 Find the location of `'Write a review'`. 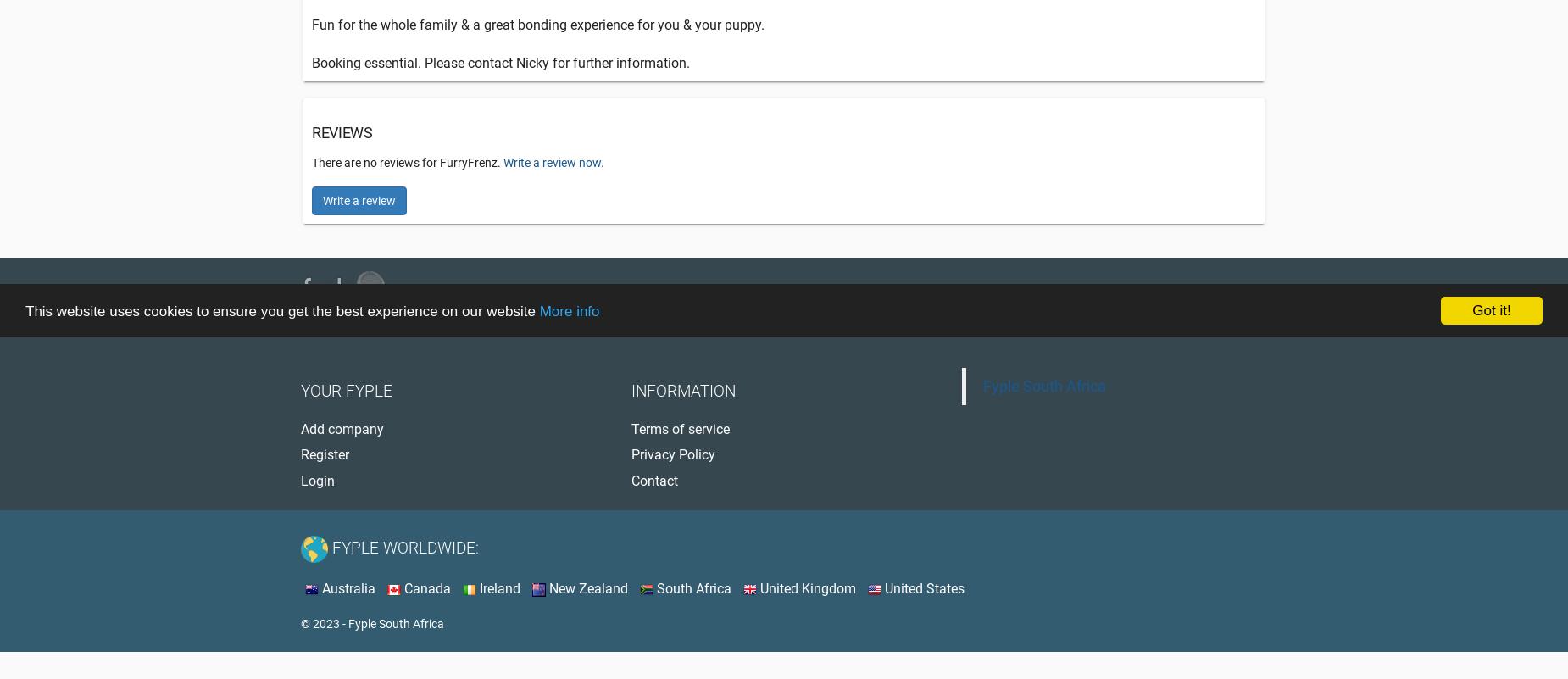

'Write a review' is located at coordinates (359, 199).